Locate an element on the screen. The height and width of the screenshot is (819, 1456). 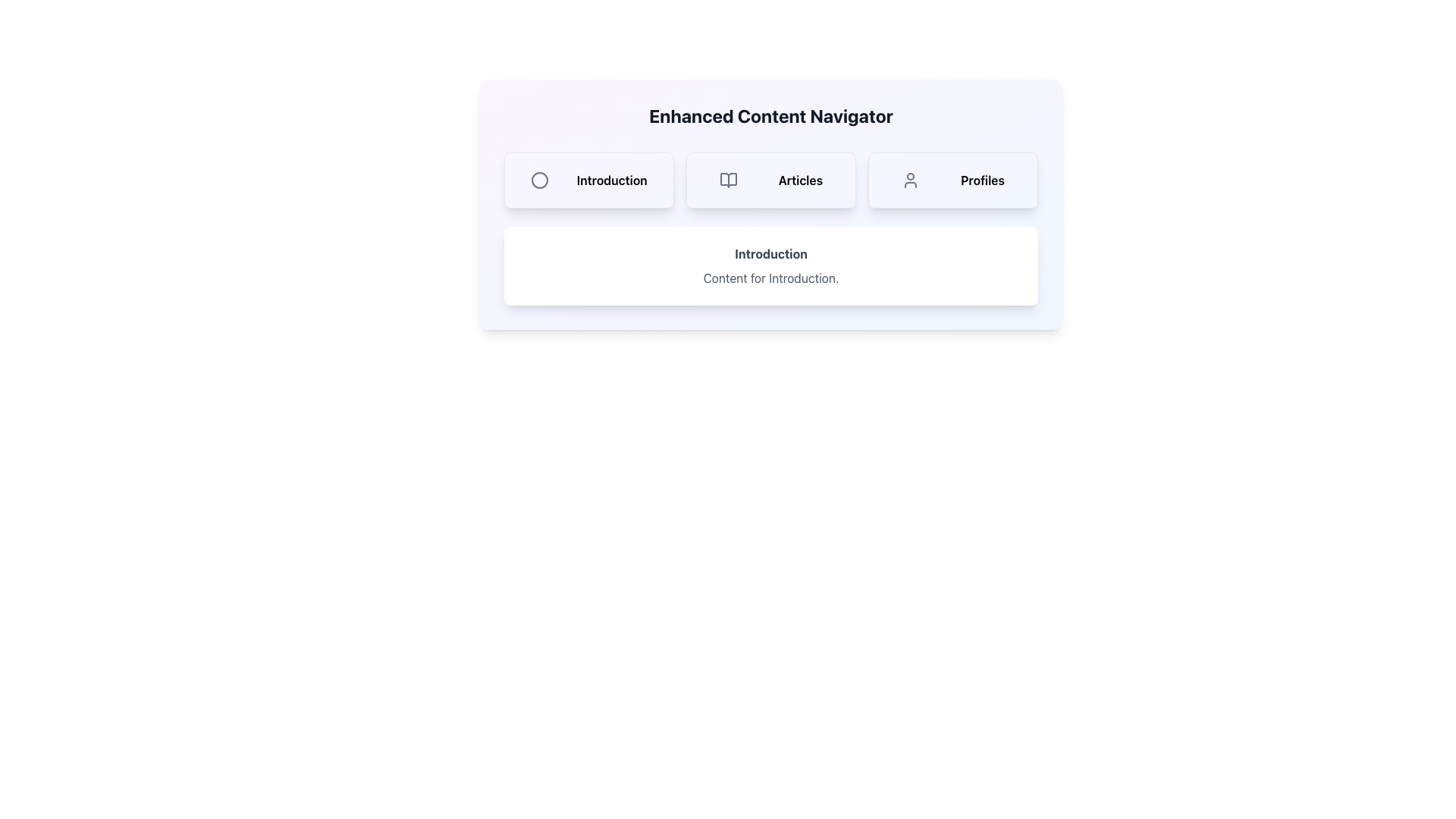
the 'Introduction' button located on the leftmost part of the row of three buttons in the 'Enhanced Content Navigator' is located at coordinates (588, 180).